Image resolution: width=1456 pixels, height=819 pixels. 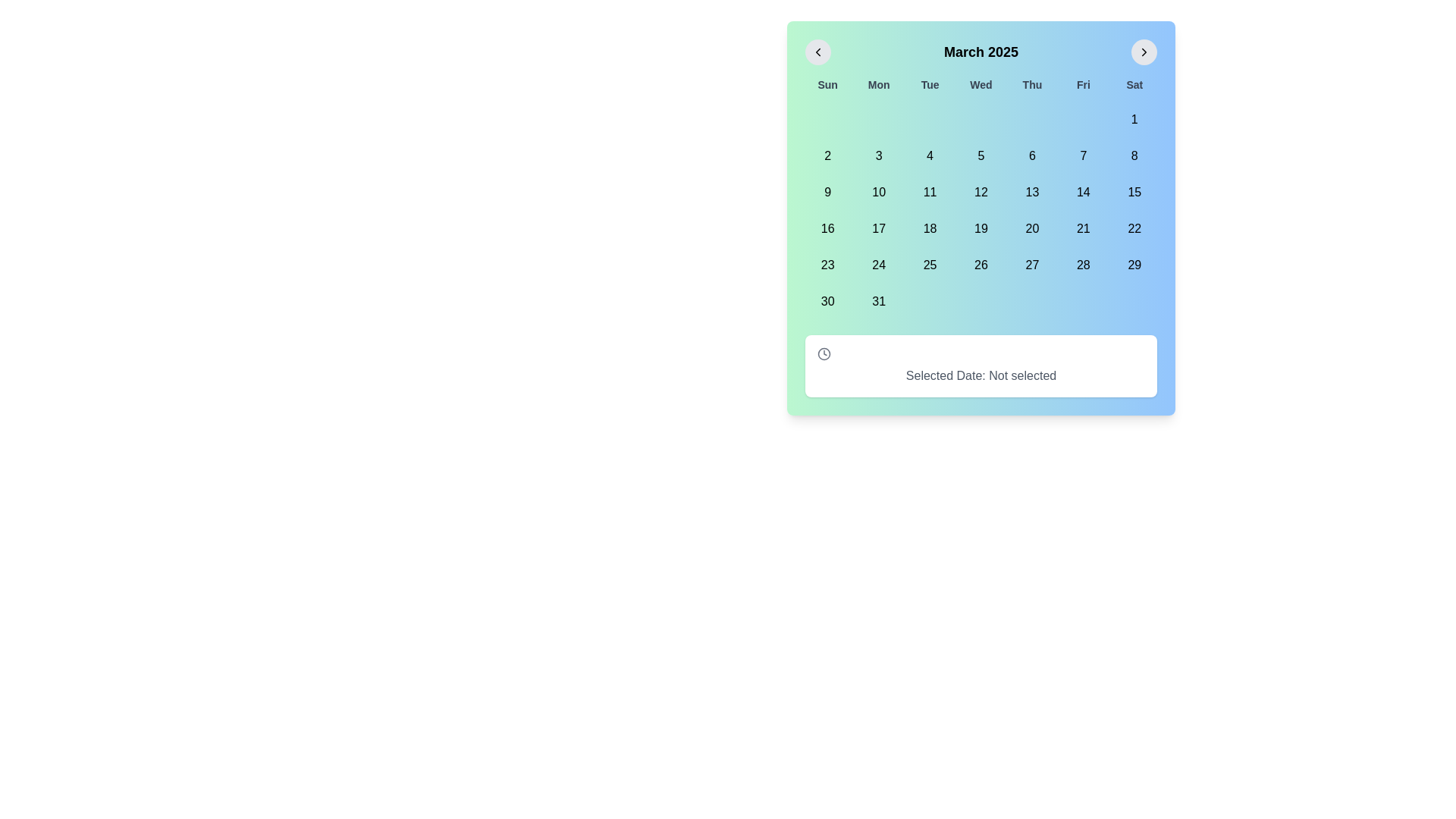 I want to click on the Interactive calendar day button representing '14', so click(x=1082, y=192).